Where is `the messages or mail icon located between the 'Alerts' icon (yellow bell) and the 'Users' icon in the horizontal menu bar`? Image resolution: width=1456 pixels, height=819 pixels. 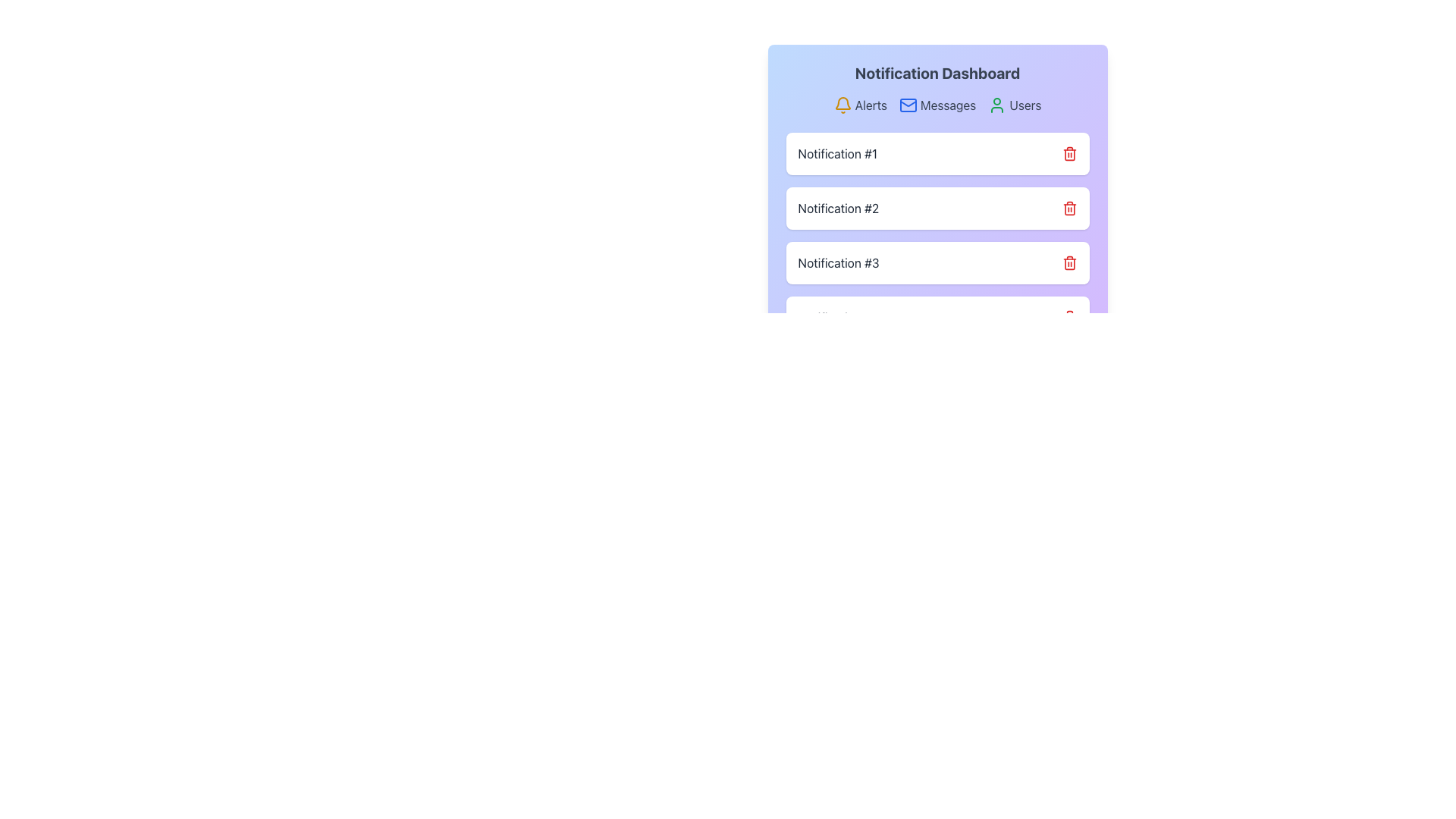 the messages or mail icon located between the 'Alerts' icon (yellow bell) and the 'Users' icon in the horizontal menu bar is located at coordinates (908, 104).